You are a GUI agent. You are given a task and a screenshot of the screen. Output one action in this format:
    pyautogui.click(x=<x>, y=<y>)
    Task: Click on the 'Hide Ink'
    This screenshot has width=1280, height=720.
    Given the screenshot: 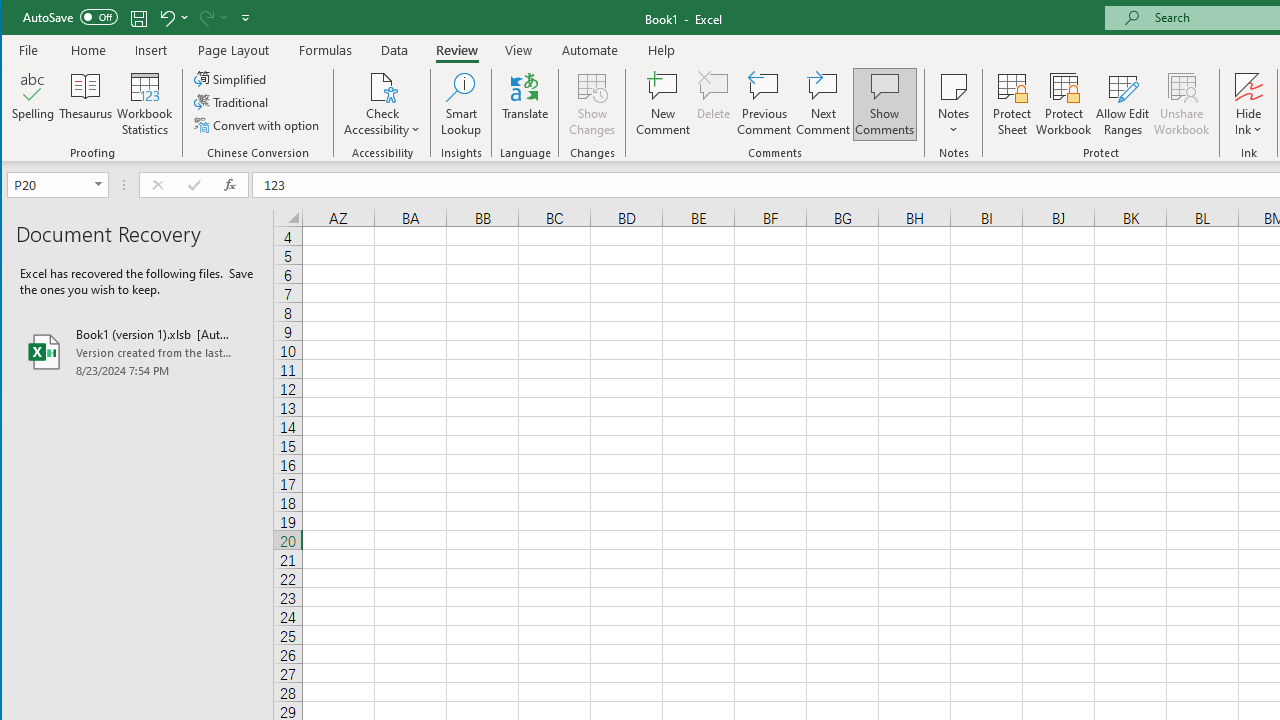 What is the action you would take?
    pyautogui.click(x=1247, y=104)
    